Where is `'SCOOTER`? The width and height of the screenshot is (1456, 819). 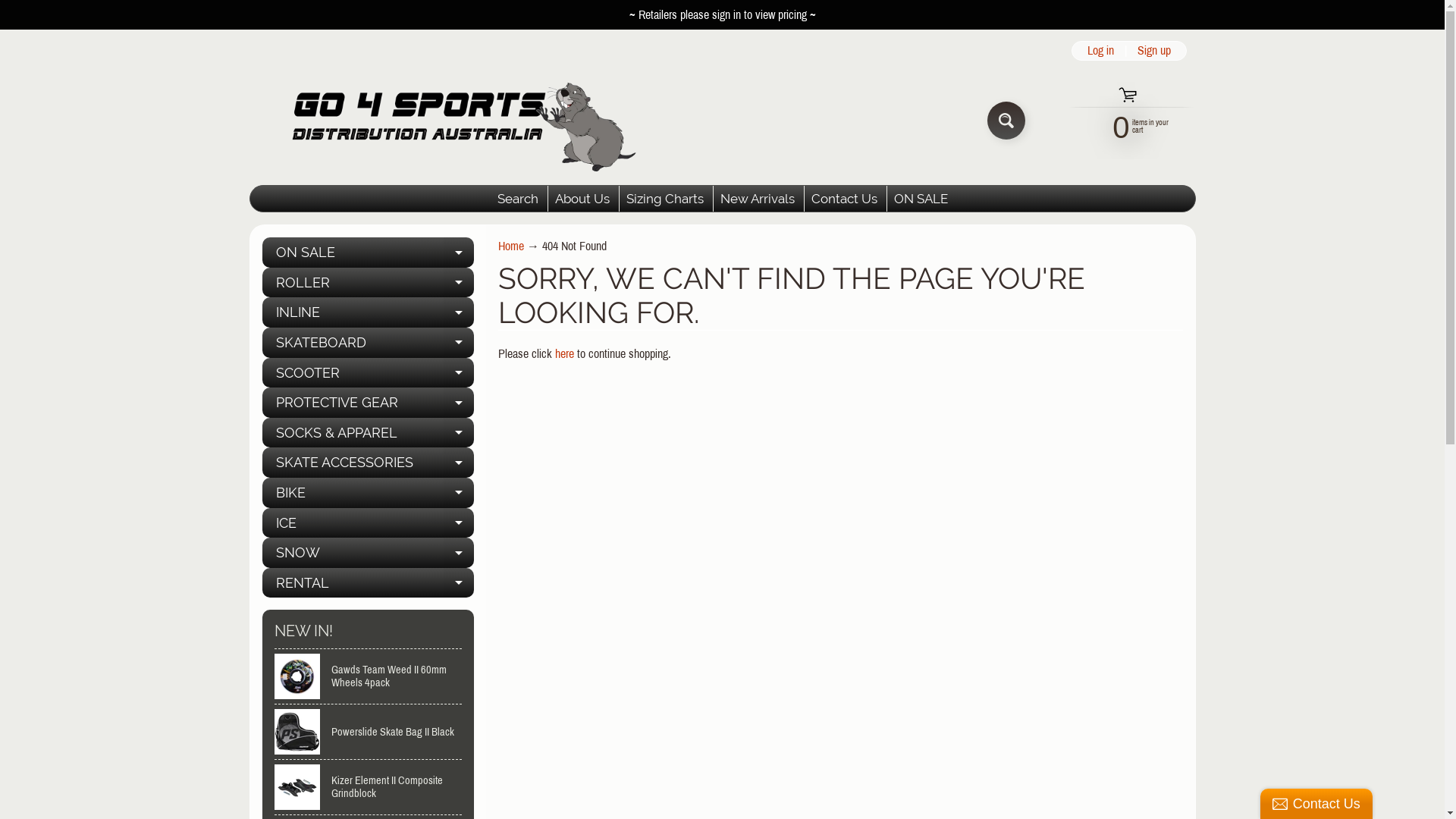
'SCOOTER is located at coordinates (368, 373).